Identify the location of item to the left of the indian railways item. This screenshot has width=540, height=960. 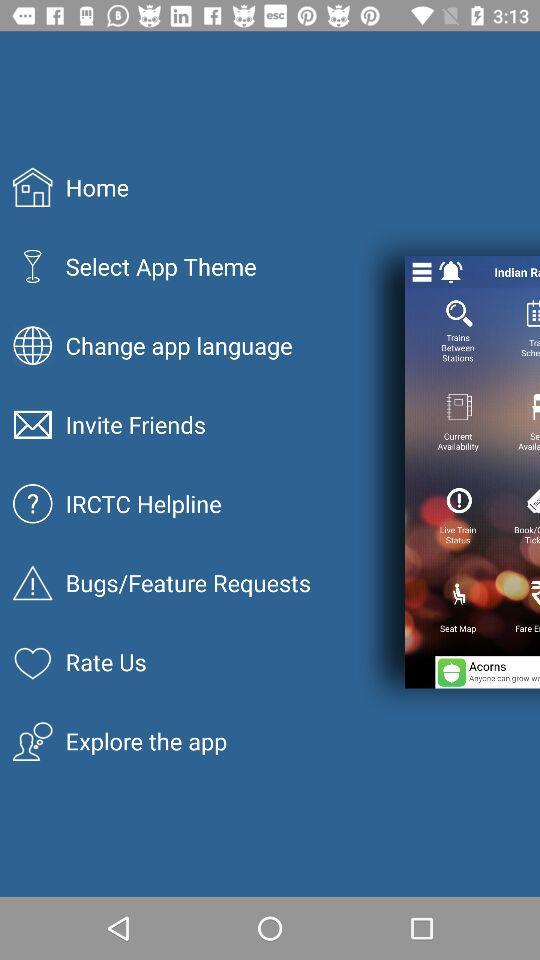
(451, 271).